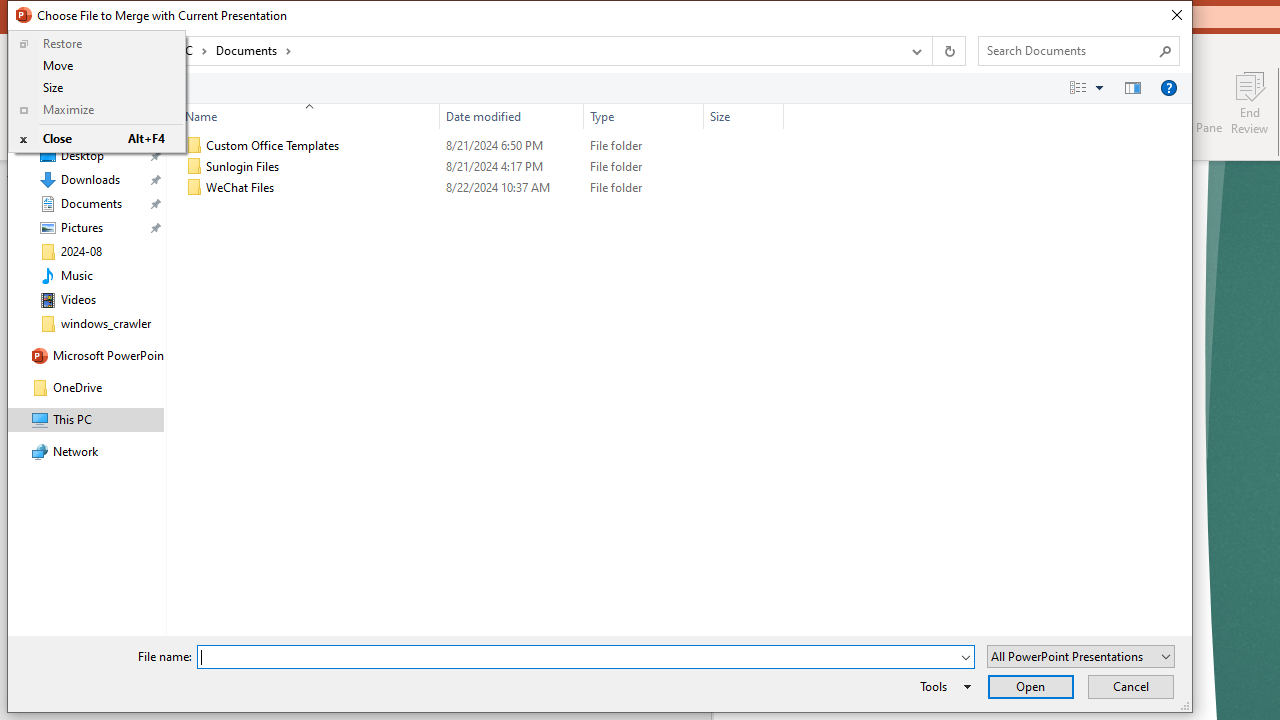 This screenshot has width=1280, height=720. What do you see at coordinates (79, 50) in the screenshot?
I see `'Recent locations'` at bounding box center [79, 50].